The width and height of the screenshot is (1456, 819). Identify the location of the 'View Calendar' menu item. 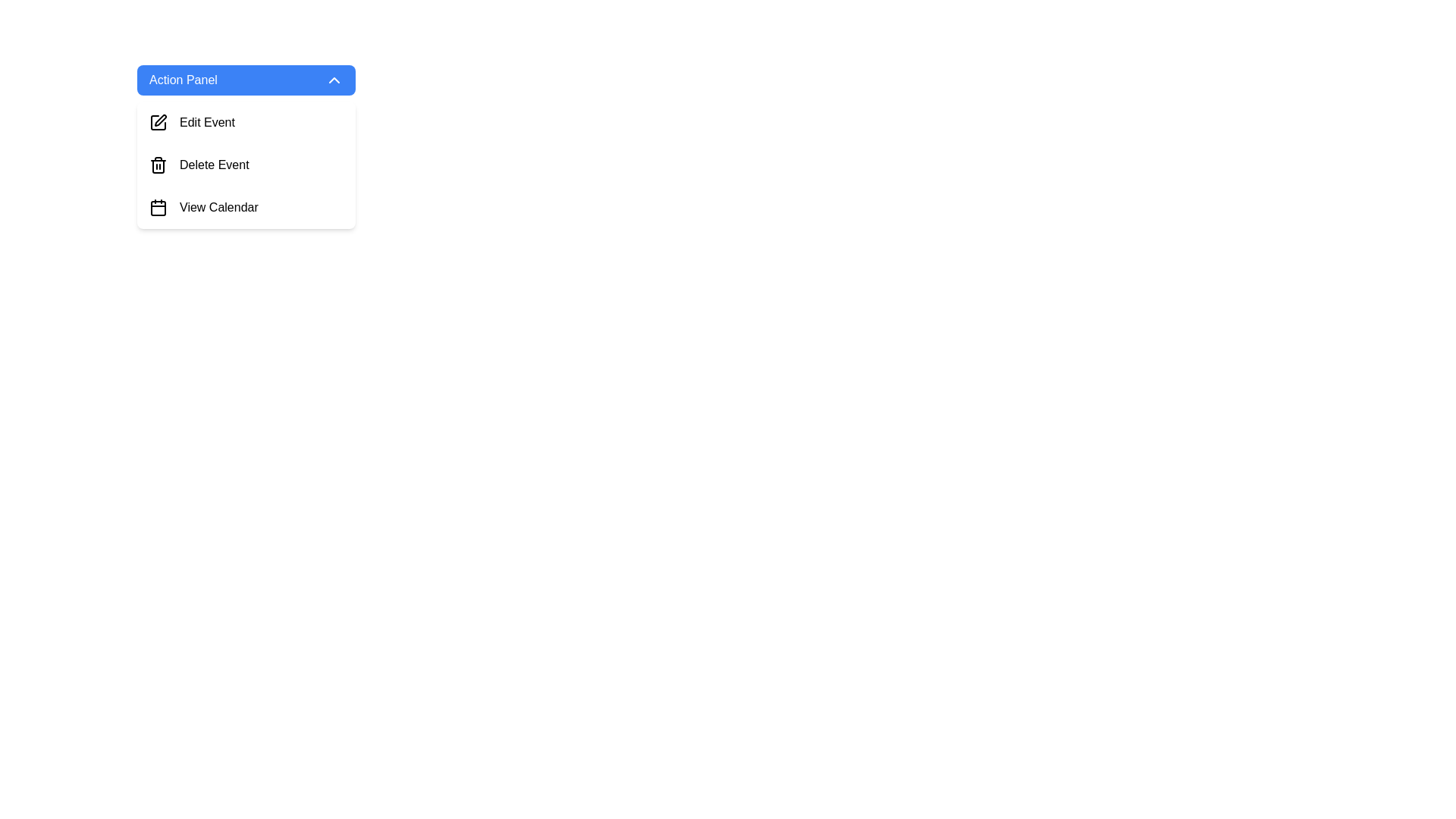
(218, 207).